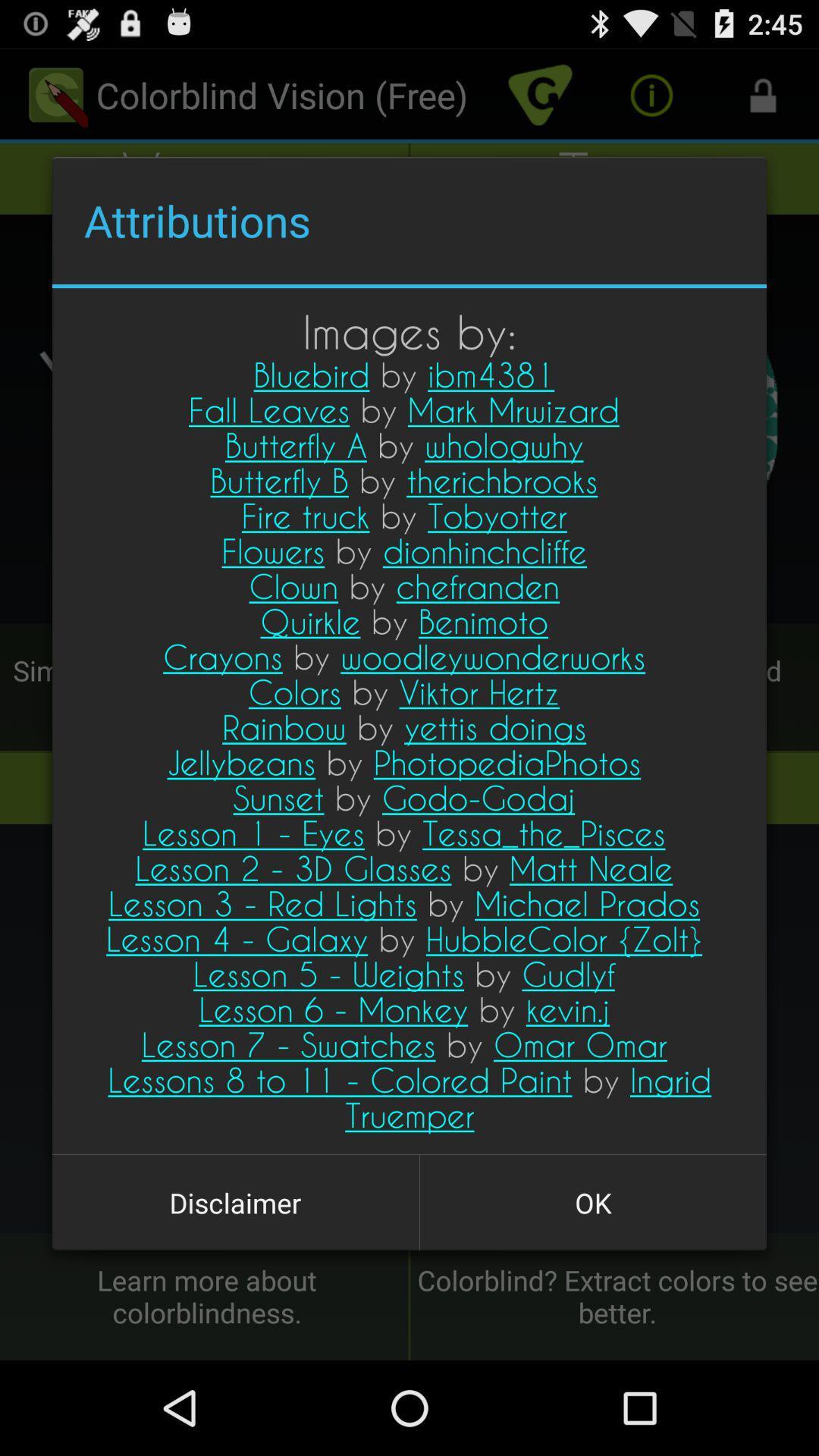 Image resolution: width=819 pixels, height=1456 pixels. What do you see at coordinates (235, 1202) in the screenshot?
I see `item below the bluebird by ibm4381 item` at bounding box center [235, 1202].